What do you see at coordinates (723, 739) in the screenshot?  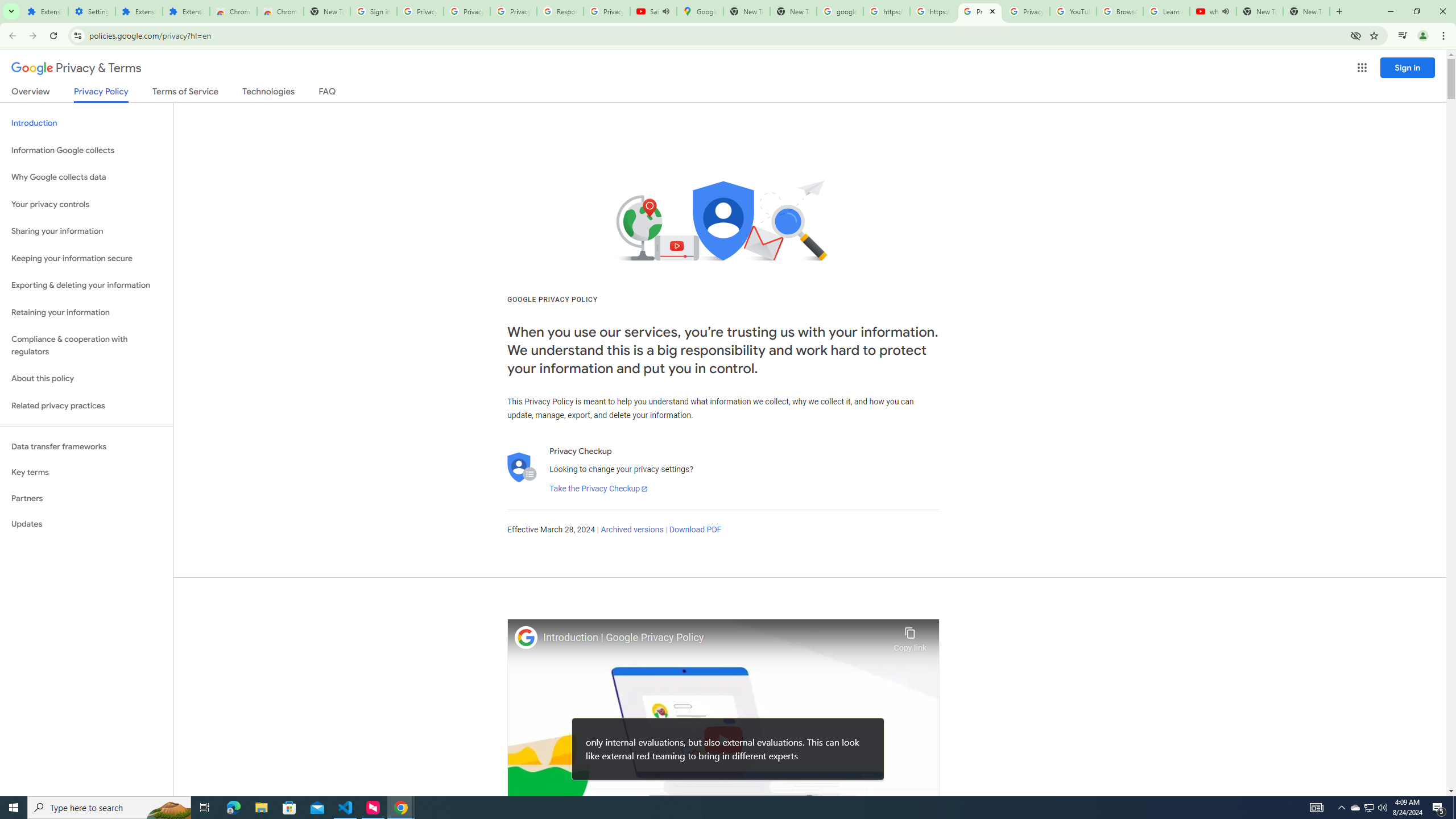 I see `'Play'` at bounding box center [723, 739].